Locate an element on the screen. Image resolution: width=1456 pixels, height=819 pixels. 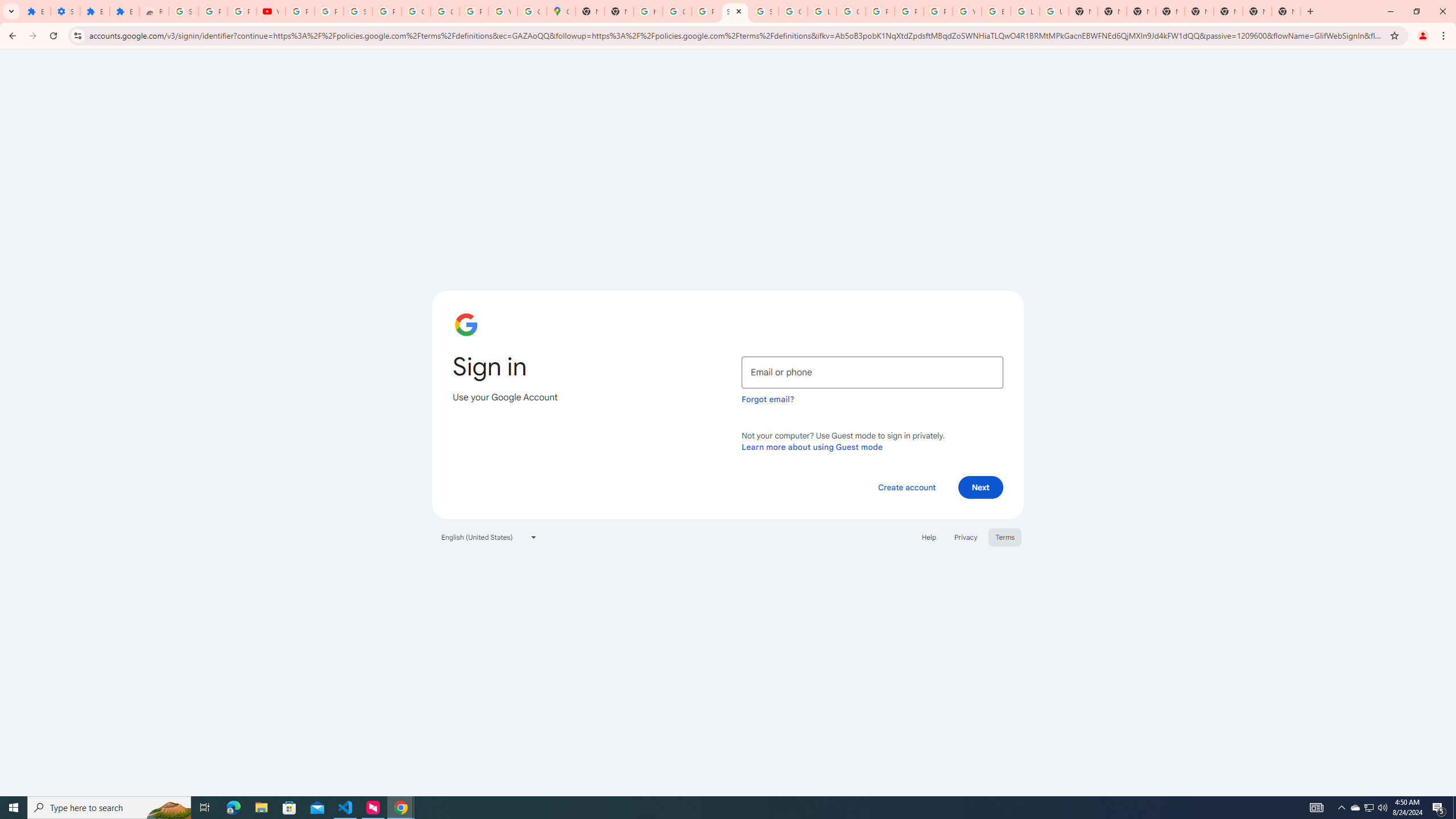
'Settings' is located at coordinates (65, 11).